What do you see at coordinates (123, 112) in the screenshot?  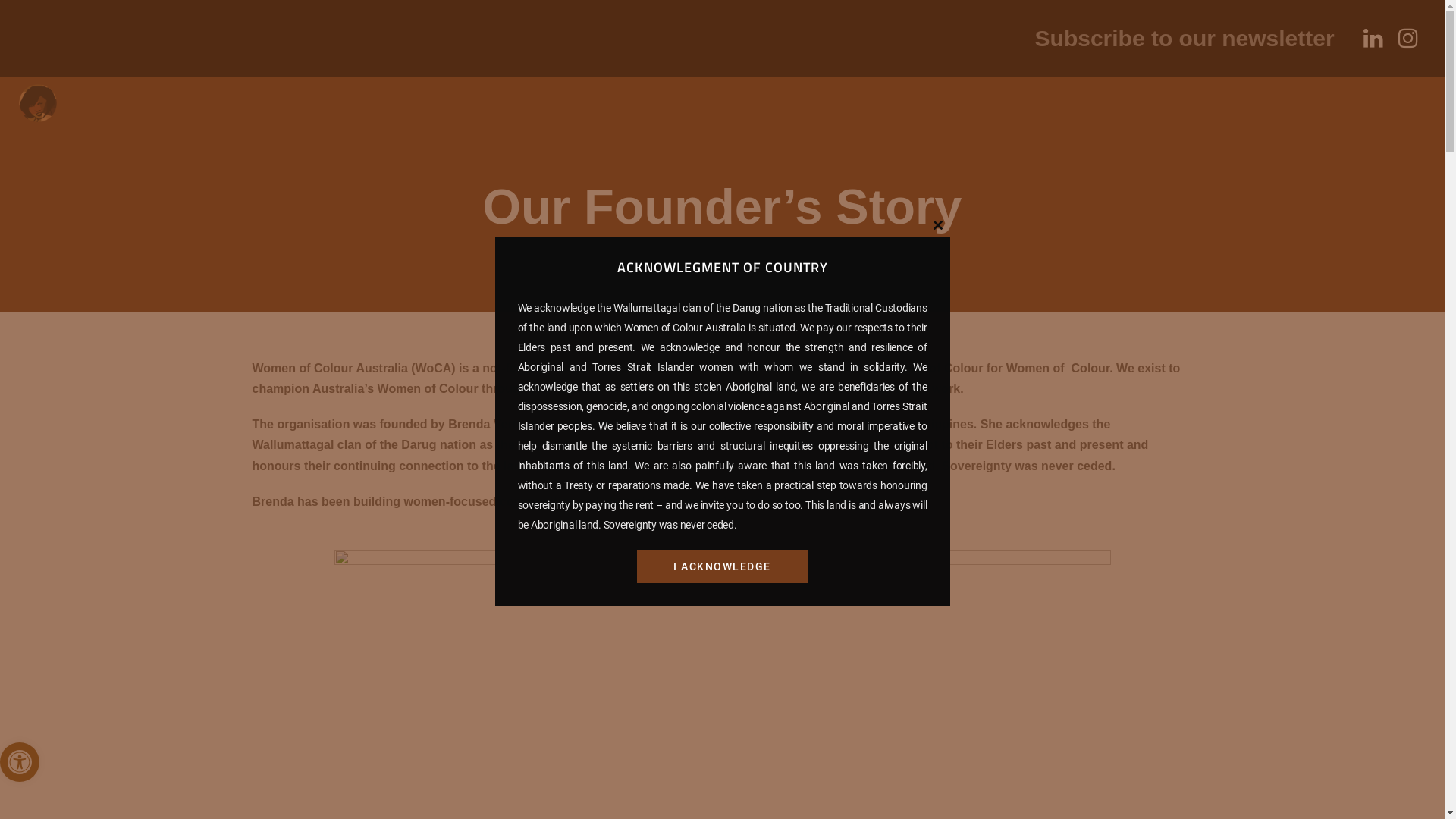 I see `'HOME'` at bounding box center [123, 112].